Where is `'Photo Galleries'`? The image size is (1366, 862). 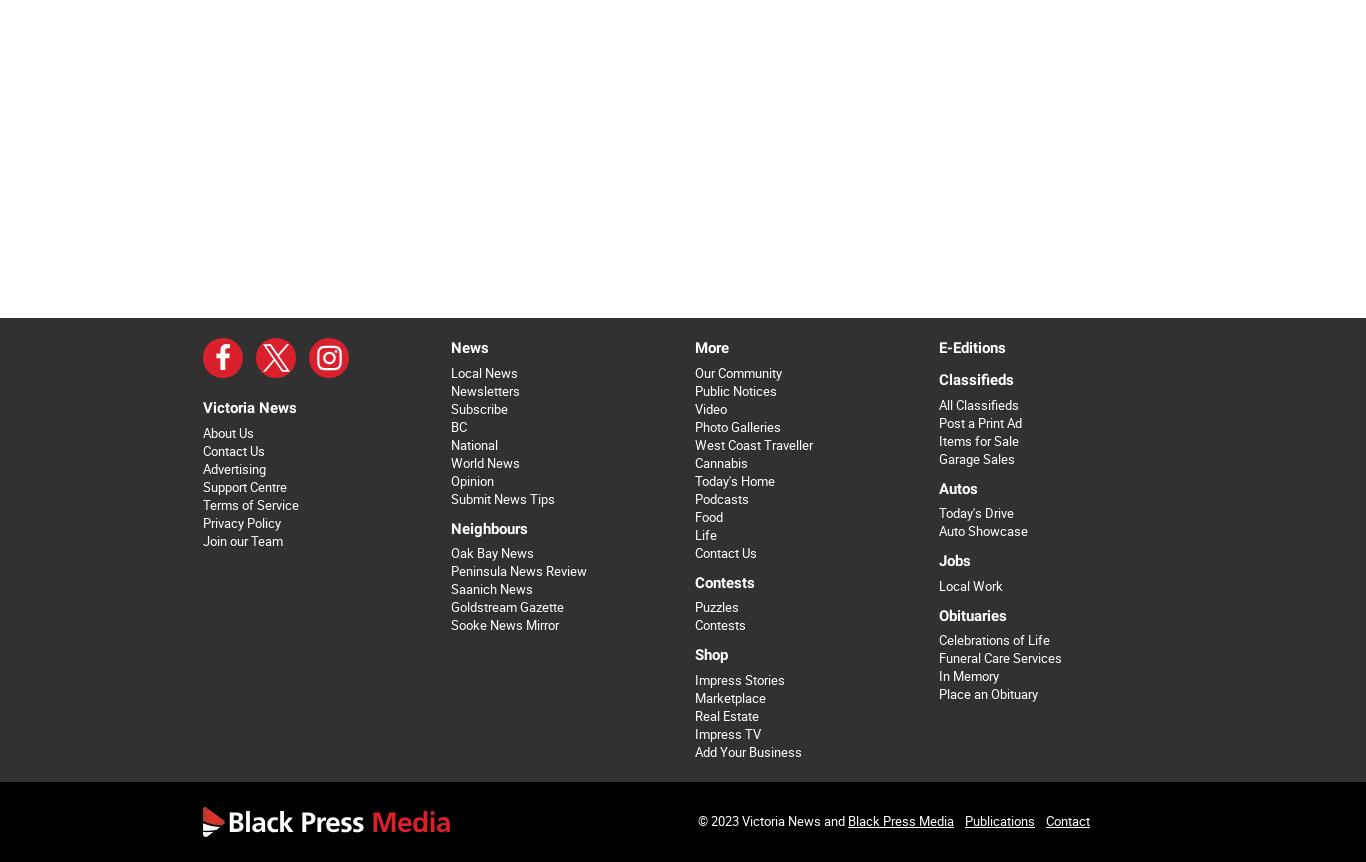 'Photo Galleries' is located at coordinates (736, 425).